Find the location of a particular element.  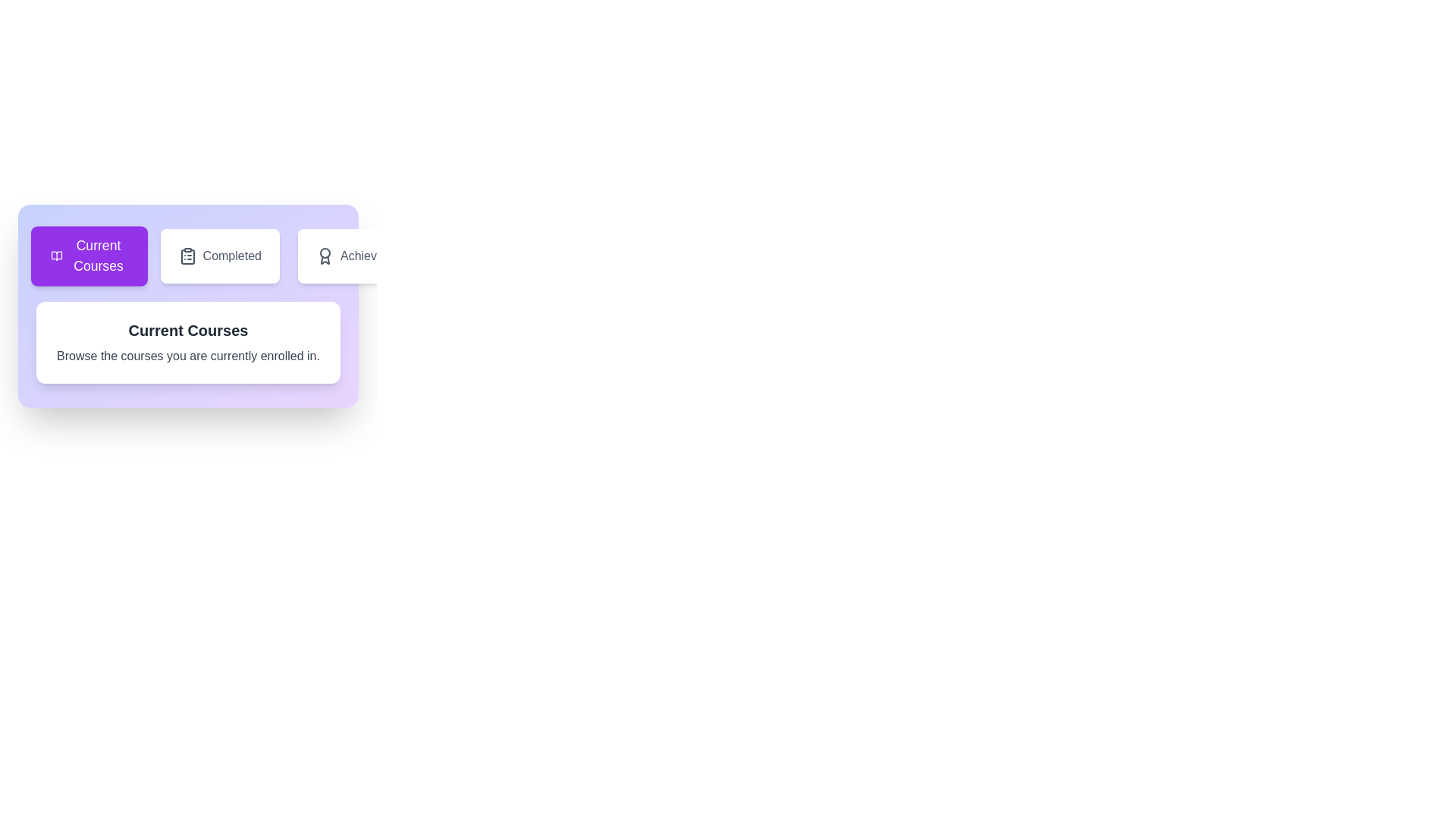

the tab labeled Current Courses by clicking on it is located at coordinates (88, 256).